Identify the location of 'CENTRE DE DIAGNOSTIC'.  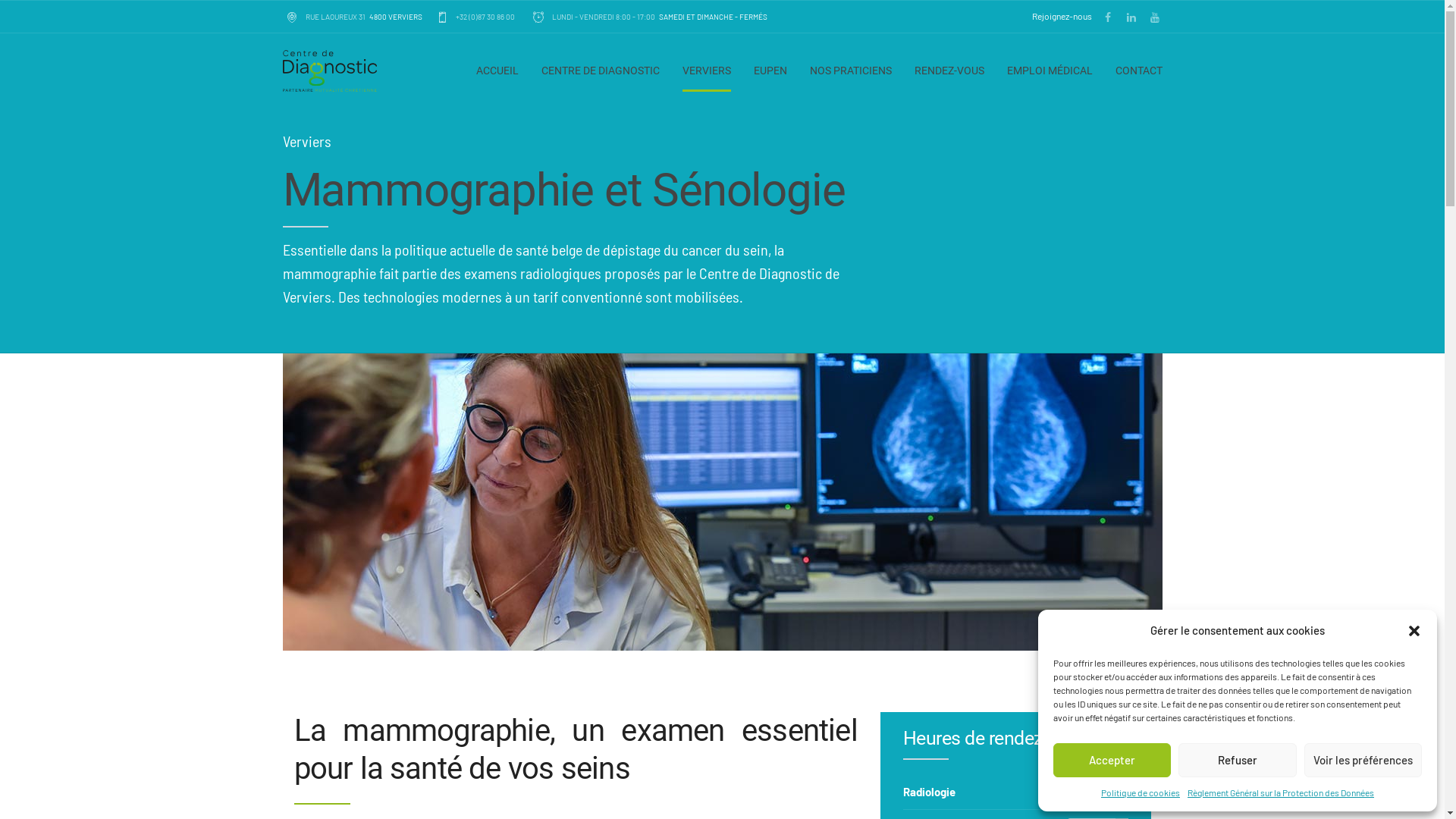
(600, 71).